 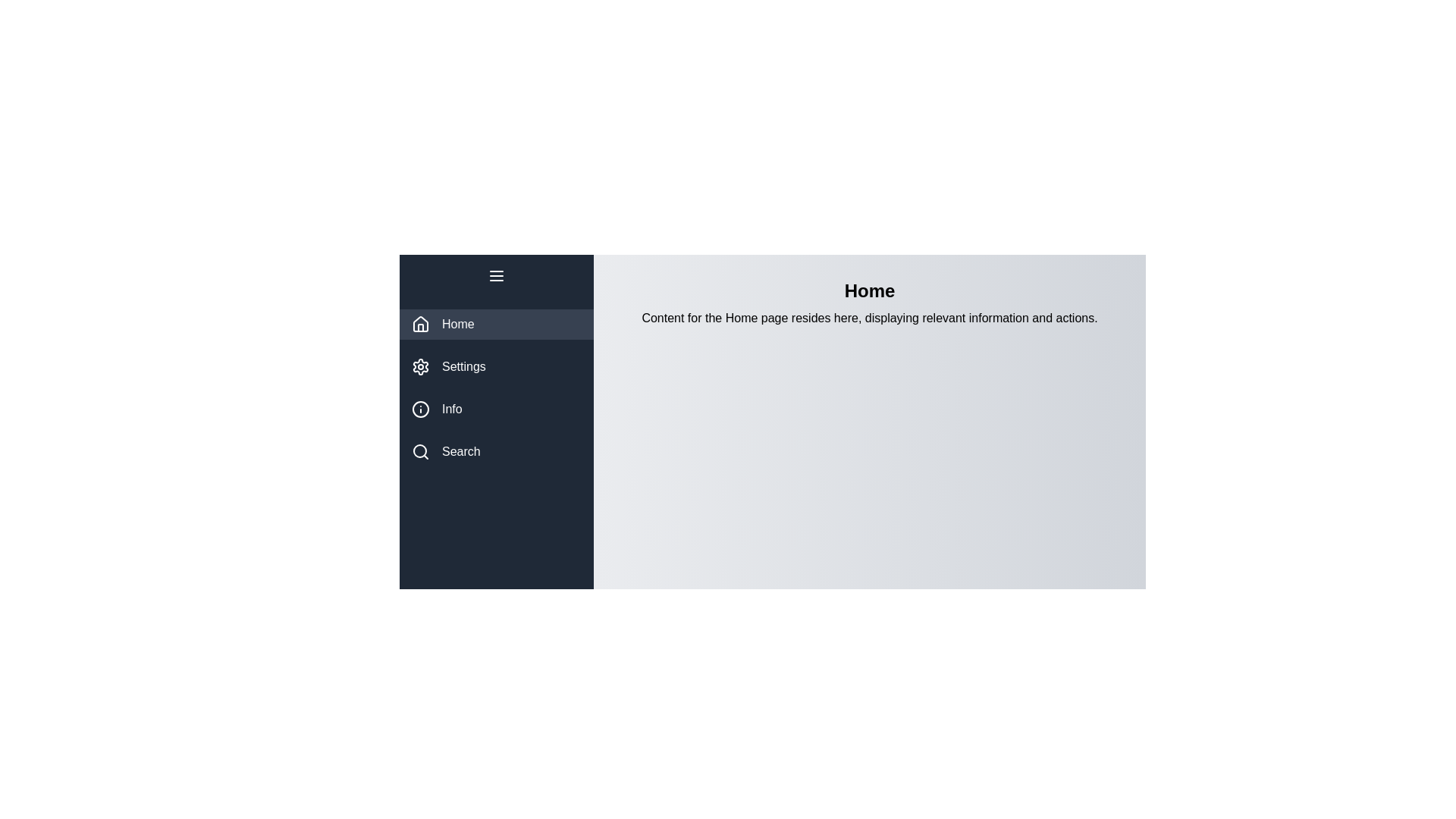 What do you see at coordinates (496, 366) in the screenshot?
I see `the menu item Settings to observe the hover effect` at bounding box center [496, 366].